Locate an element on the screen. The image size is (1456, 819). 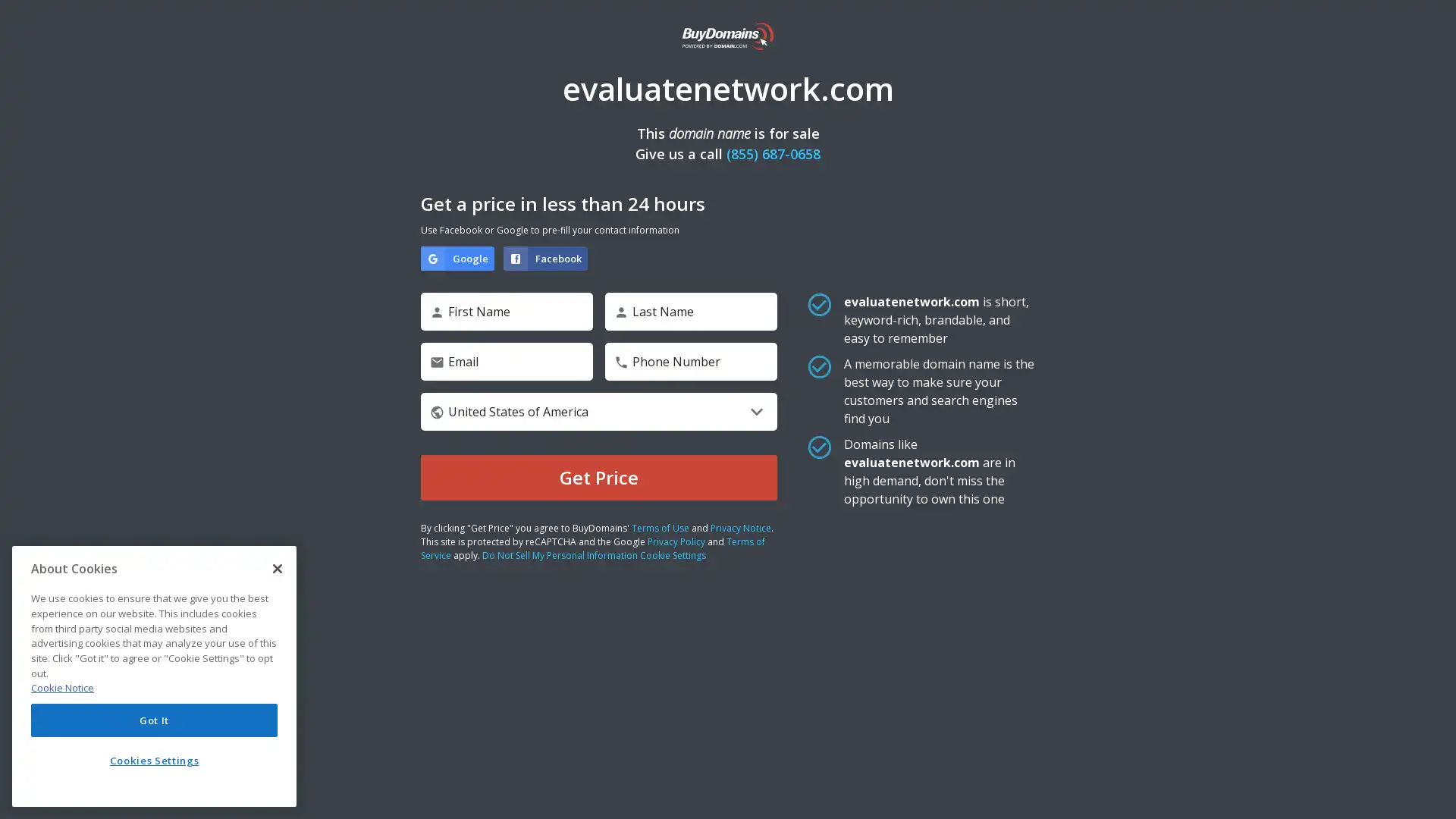
Google is located at coordinates (457, 257).